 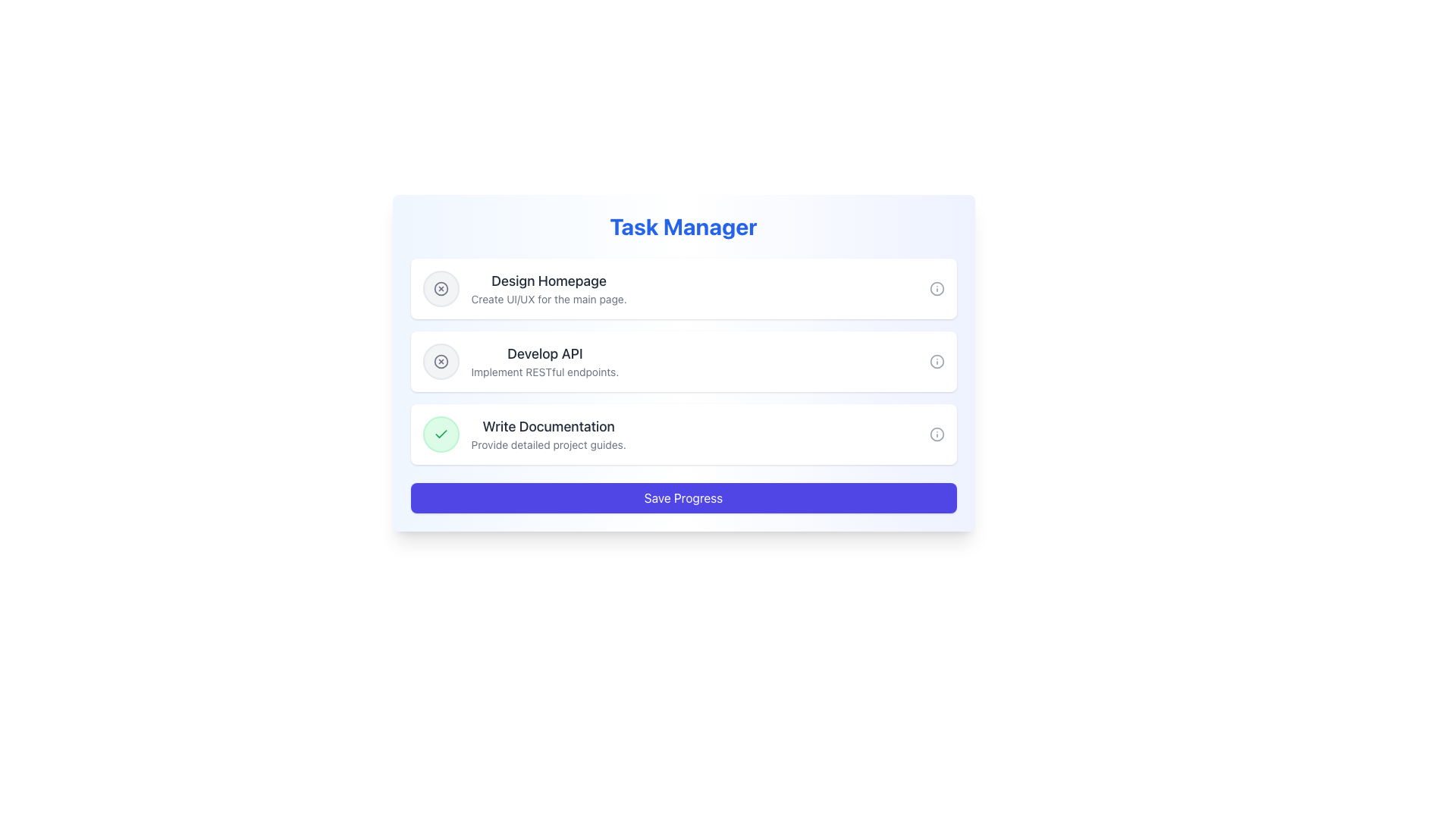 What do you see at coordinates (548, 435) in the screenshot?
I see `the text block that says 'Write Documentation' and 'Provide detailed project guides' which is located between the 'Develop API' task and the 'Save Progress' button in the task management interface` at bounding box center [548, 435].